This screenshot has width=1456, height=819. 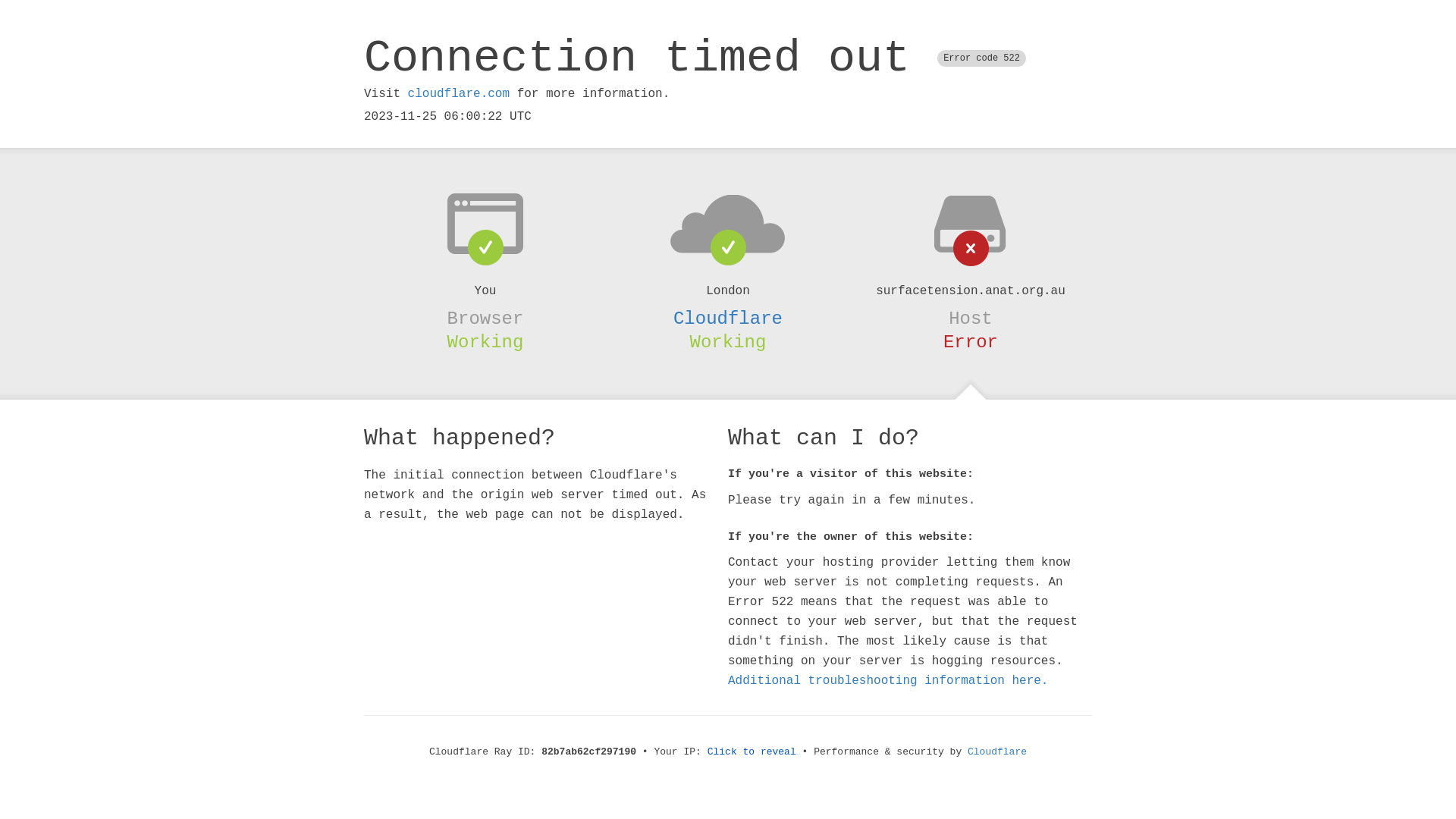 I want to click on 'cloudflare.com', so click(x=457, y=93).